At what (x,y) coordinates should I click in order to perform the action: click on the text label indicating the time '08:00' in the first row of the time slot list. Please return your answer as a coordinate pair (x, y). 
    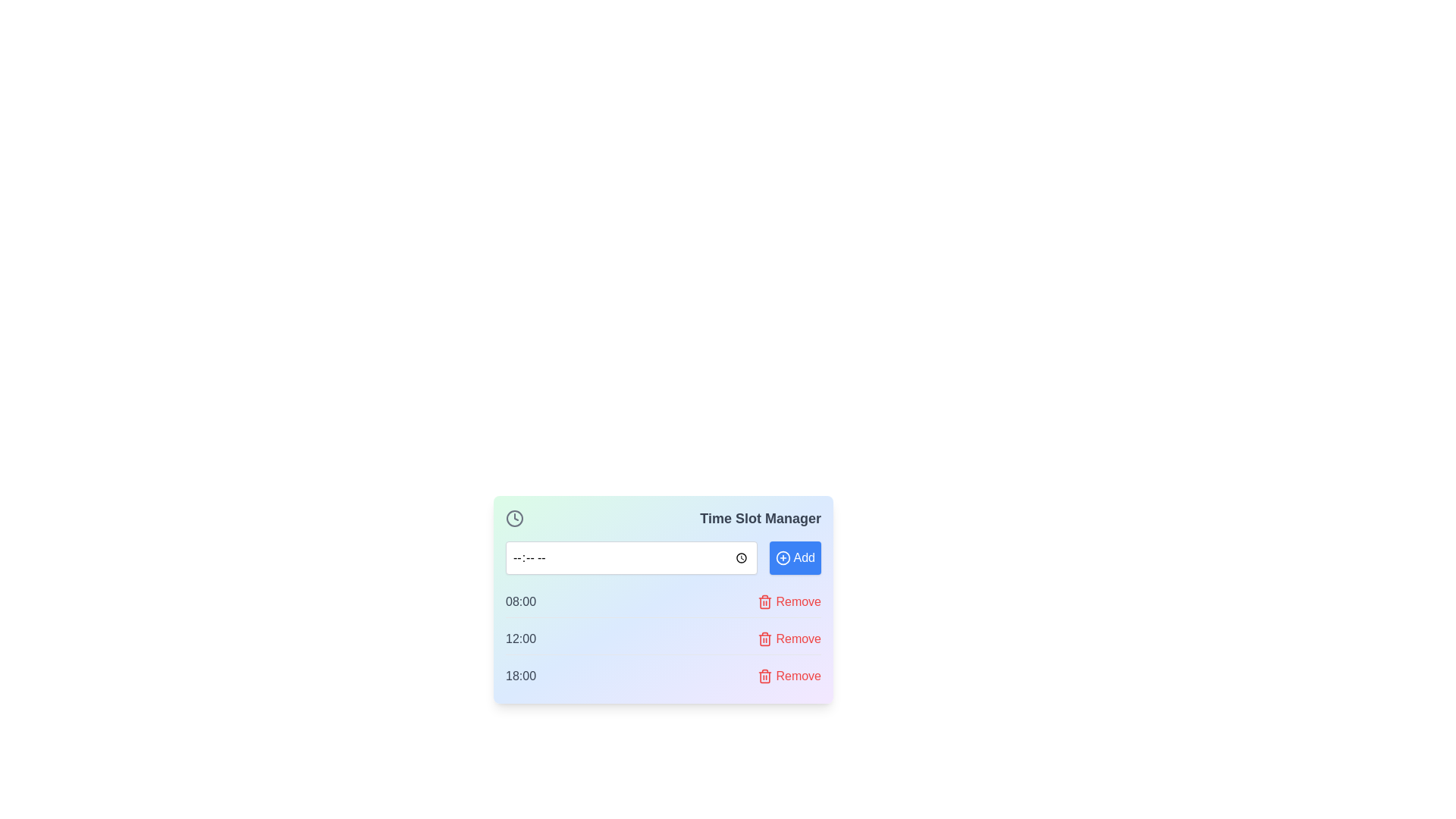
    Looking at the image, I should click on (520, 601).